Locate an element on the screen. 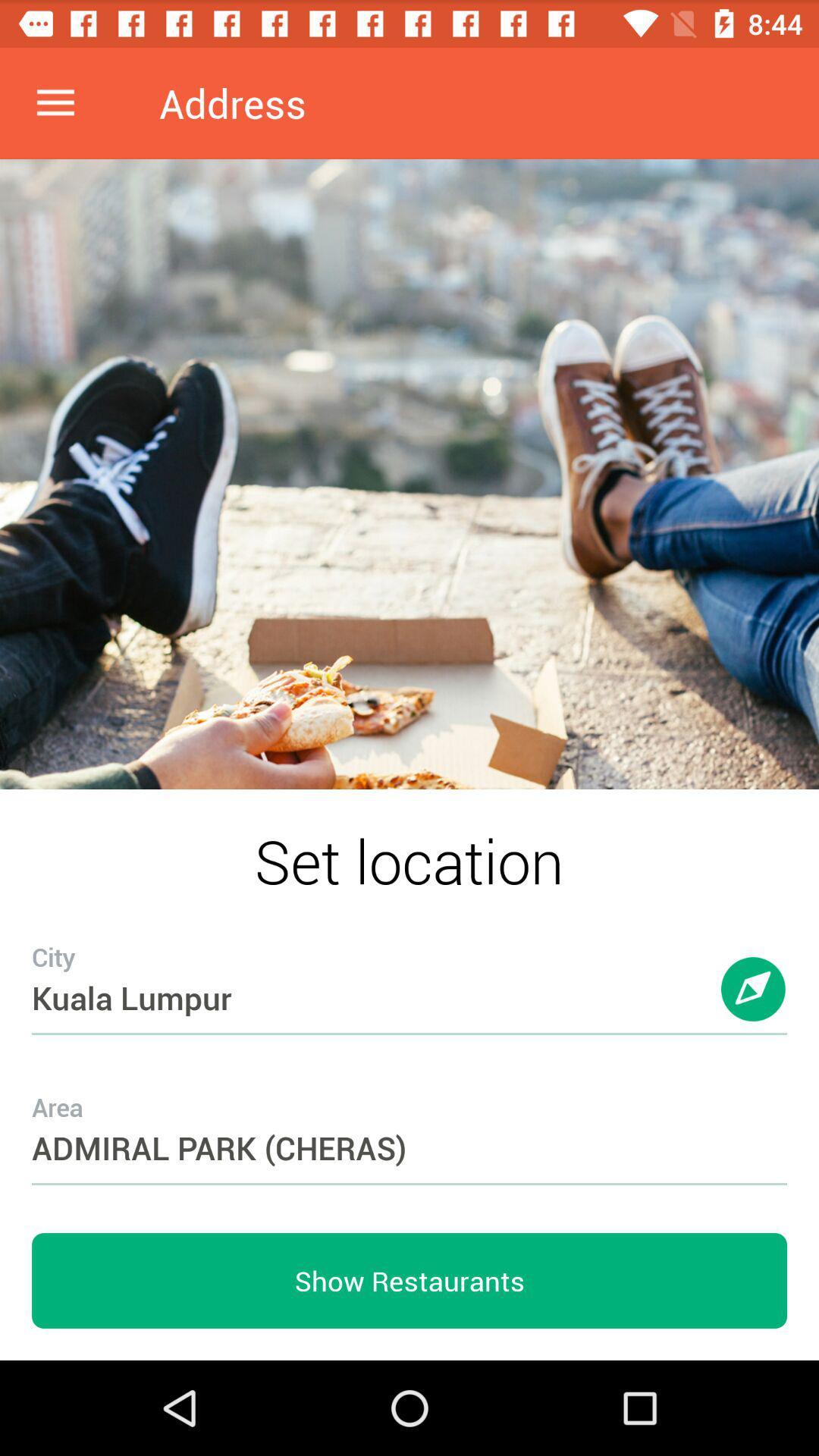  menu is located at coordinates (55, 102).